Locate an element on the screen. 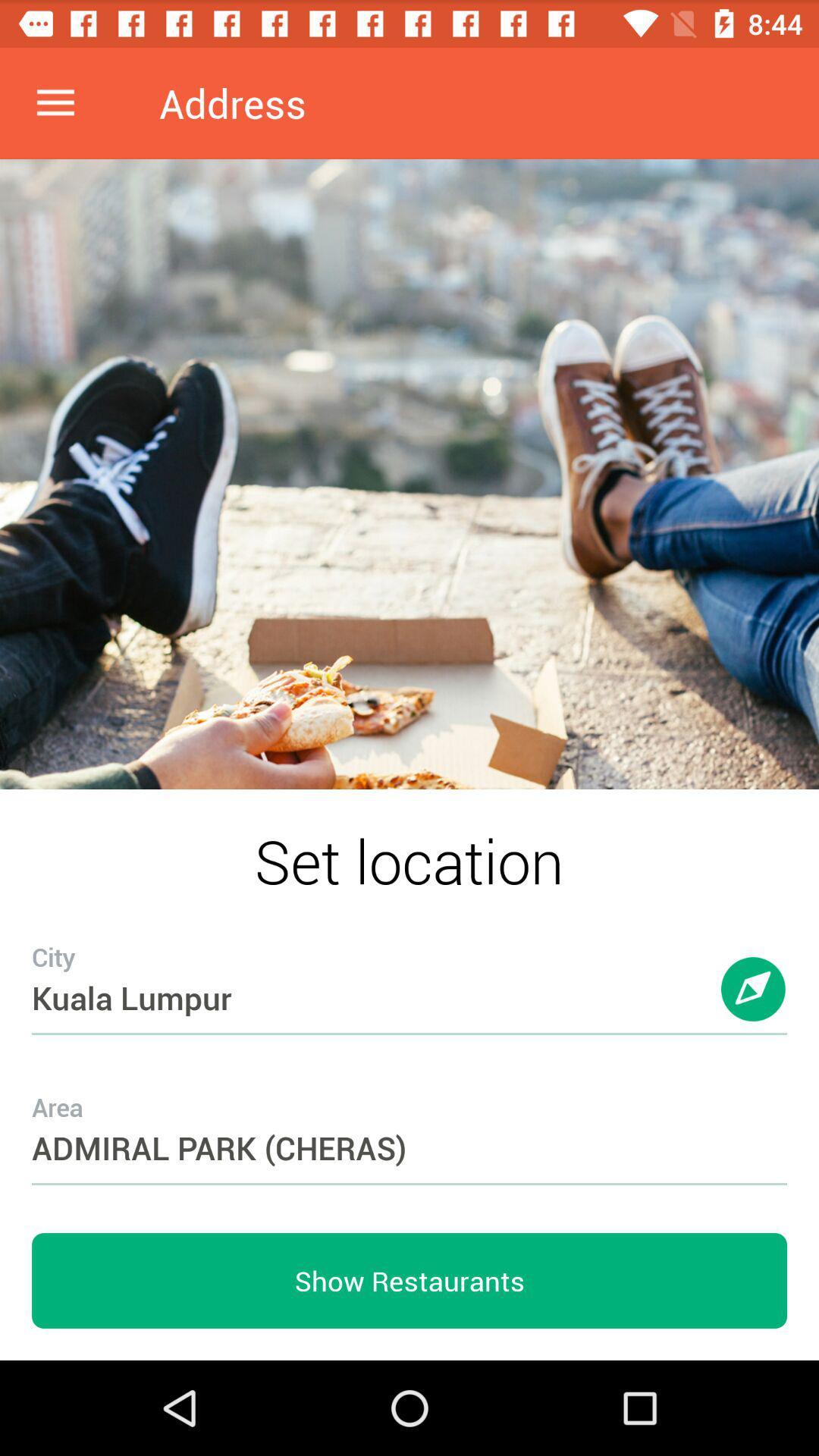  menu is located at coordinates (55, 102).